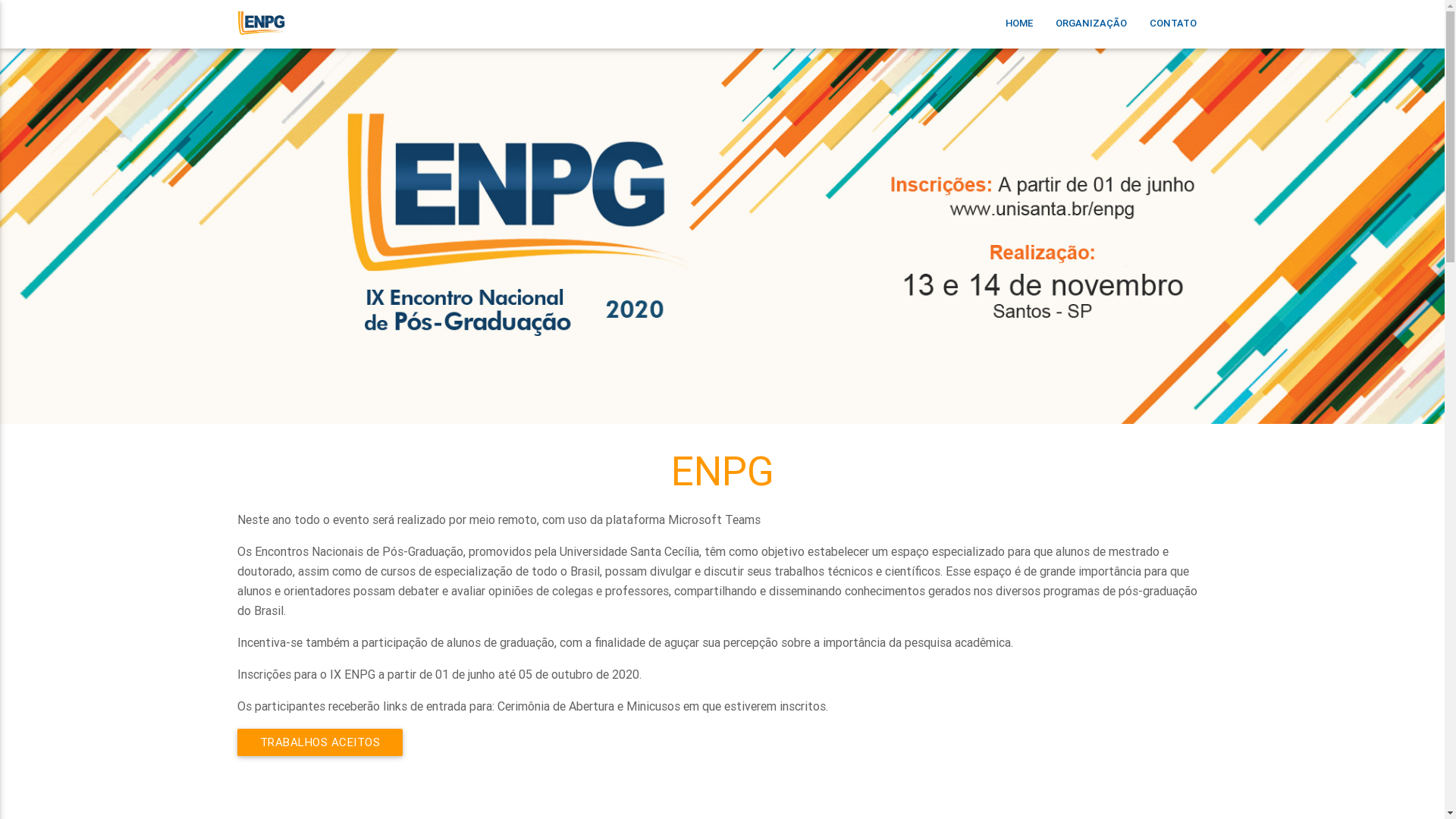 The image size is (1456, 819). I want to click on 'ENPG', so click(261, 43).